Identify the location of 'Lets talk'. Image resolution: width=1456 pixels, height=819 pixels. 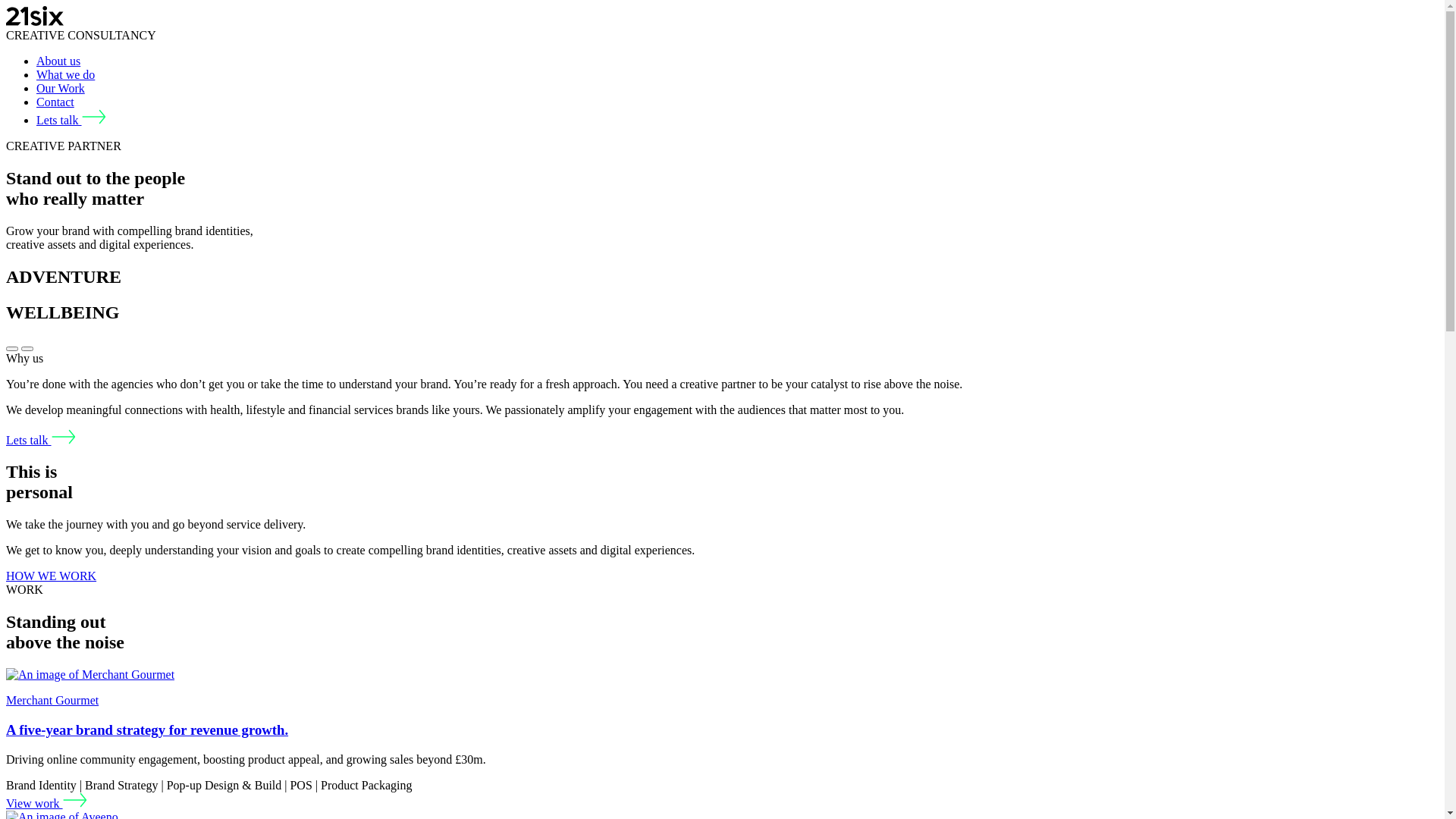
(40, 440).